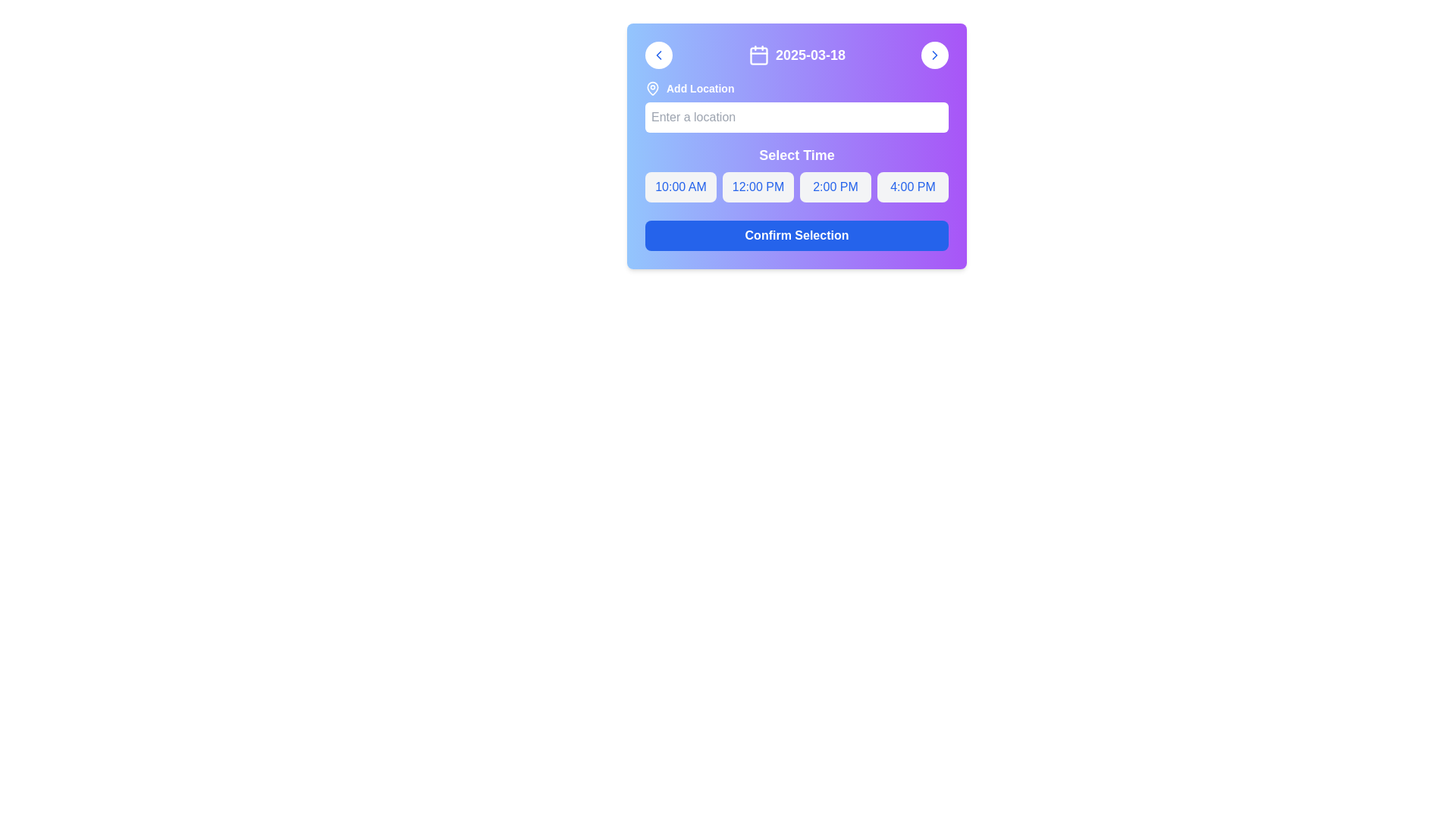 Image resolution: width=1456 pixels, height=819 pixels. Describe the element at coordinates (652, 88) in the screenshot. I see `the 'Add Location' icon which is located to the left of the 'Add Location' text in the modal` at that location.